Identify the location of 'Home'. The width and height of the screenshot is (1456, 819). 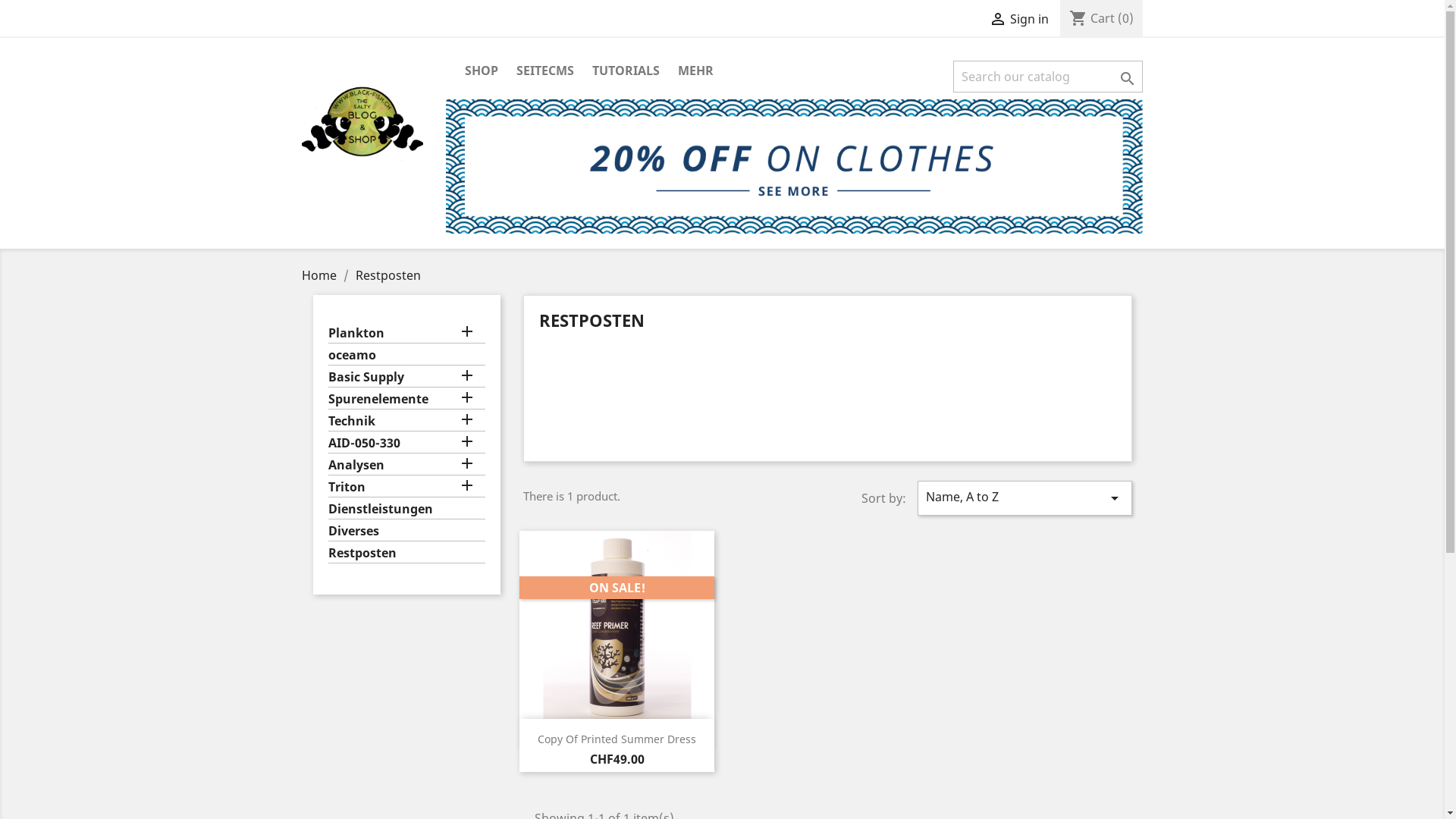
(302, 275).